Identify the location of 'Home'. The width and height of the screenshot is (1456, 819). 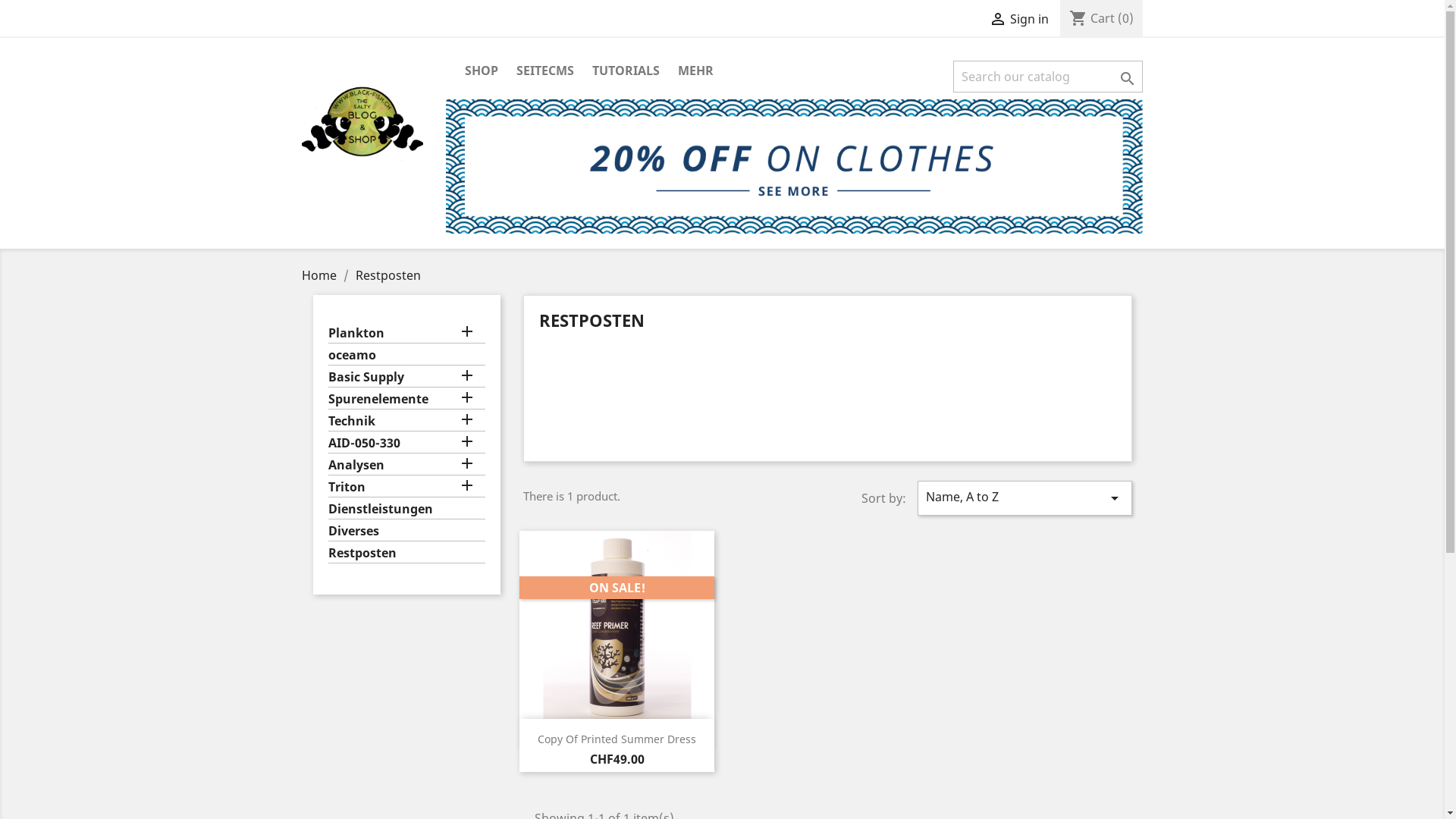
(302, 275).